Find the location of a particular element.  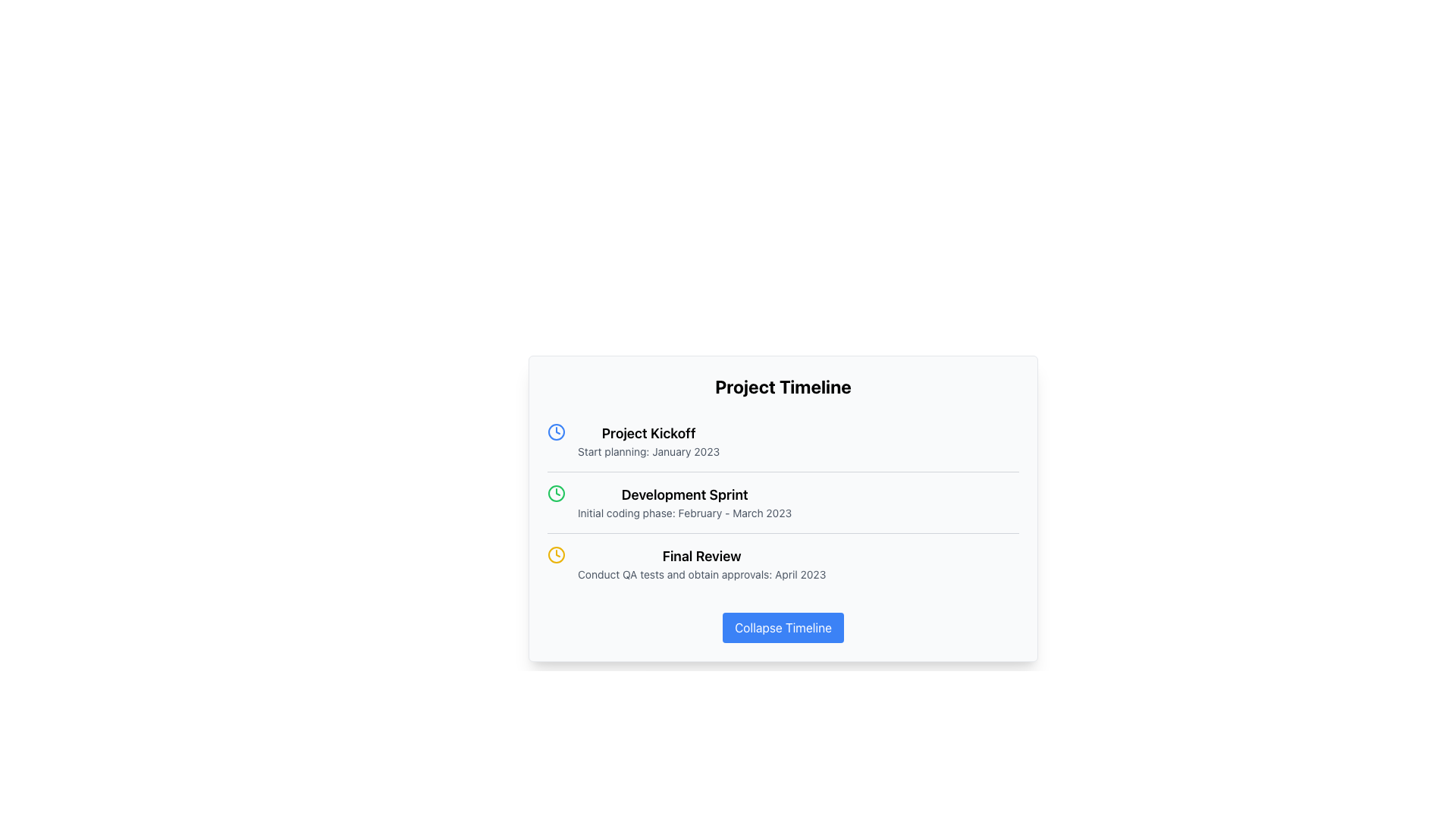

text content of the Text Display Component that shows information about the first project milestone, including its title and starting date is located at coordinates (648, 441).